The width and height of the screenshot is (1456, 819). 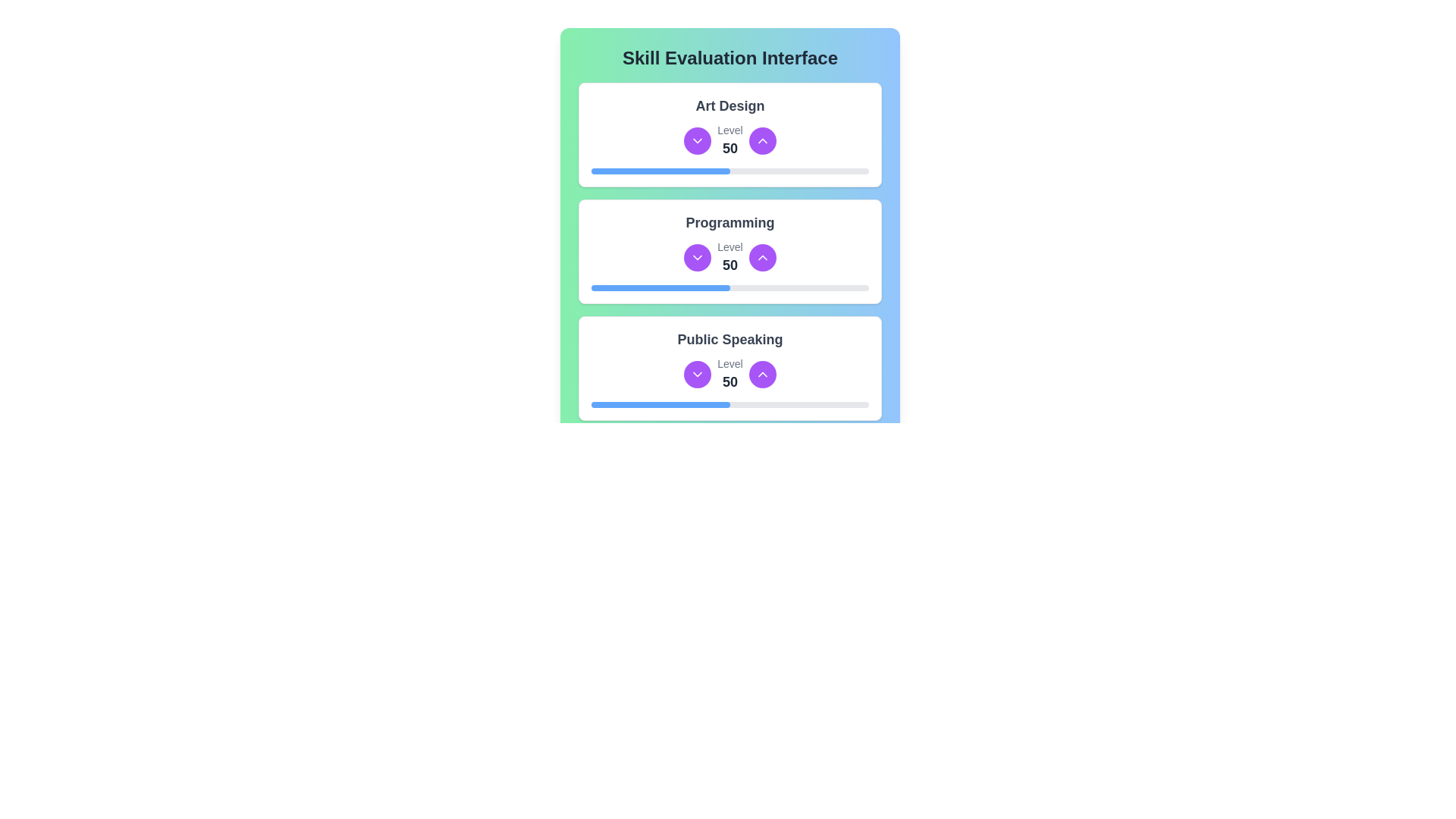 I want to click on the slider value, so click(x=720, y=403).